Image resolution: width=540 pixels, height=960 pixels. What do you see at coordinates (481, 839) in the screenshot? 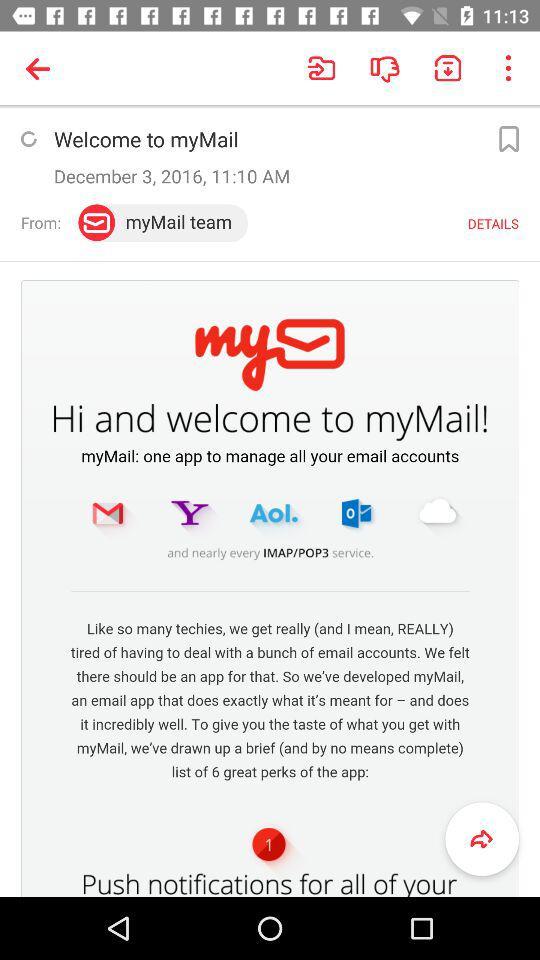
I see `forward mail` at bounding box center [481, 839].